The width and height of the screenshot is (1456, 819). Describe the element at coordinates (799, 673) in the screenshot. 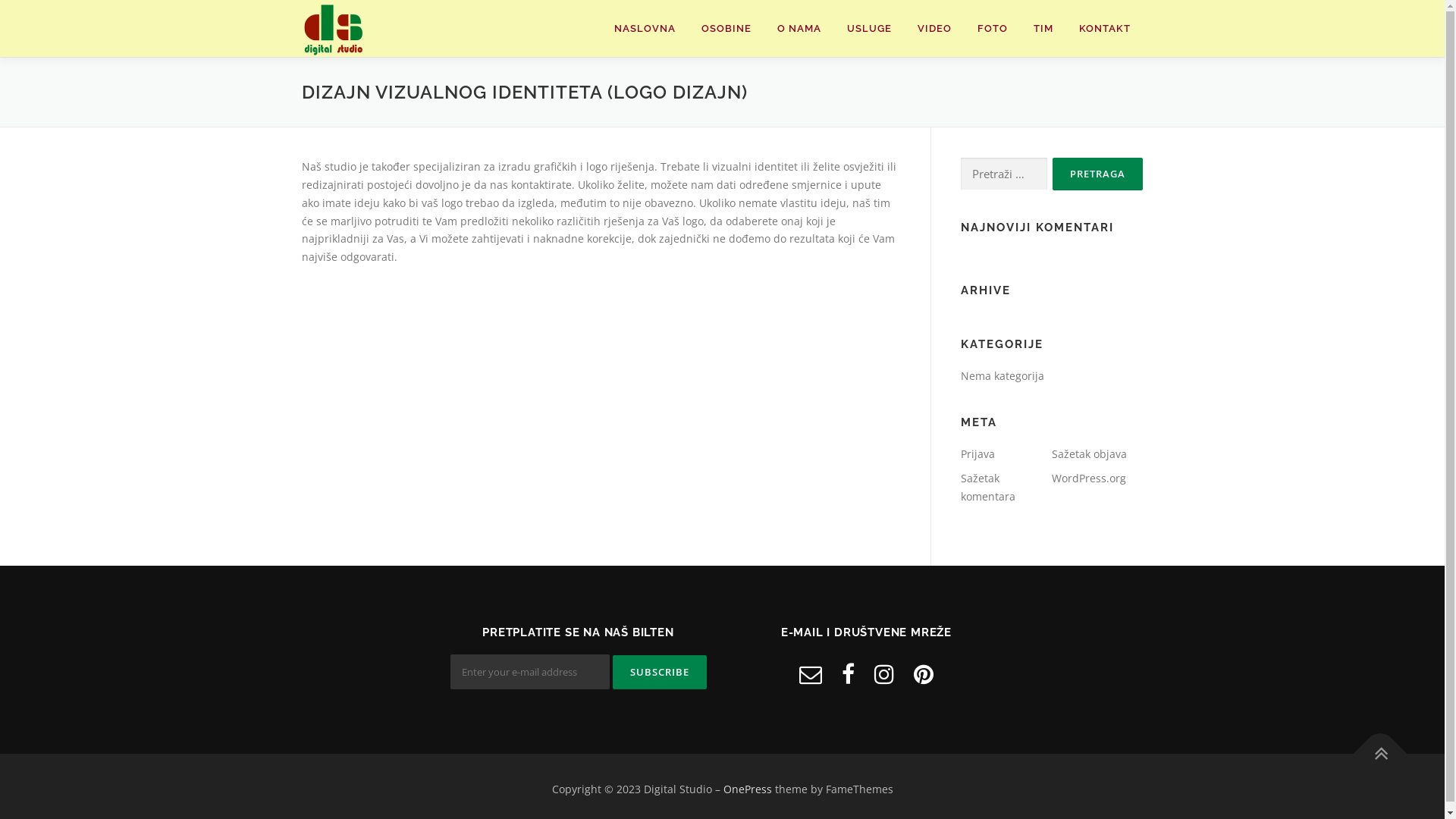

I see `'E-mail'` at that location.